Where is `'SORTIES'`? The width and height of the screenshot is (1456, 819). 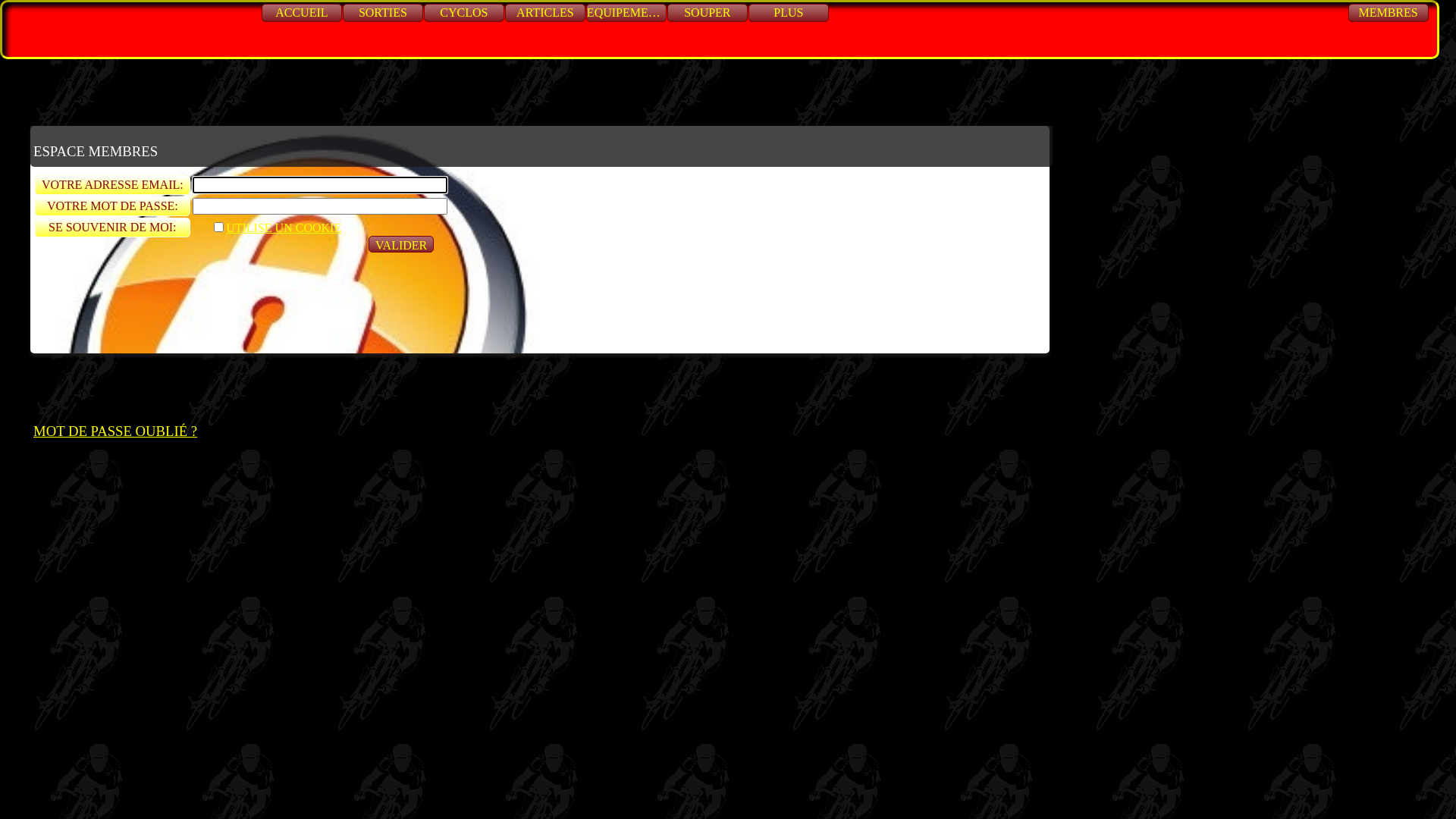 'SORTIES' is located at coordinates (341, 12).